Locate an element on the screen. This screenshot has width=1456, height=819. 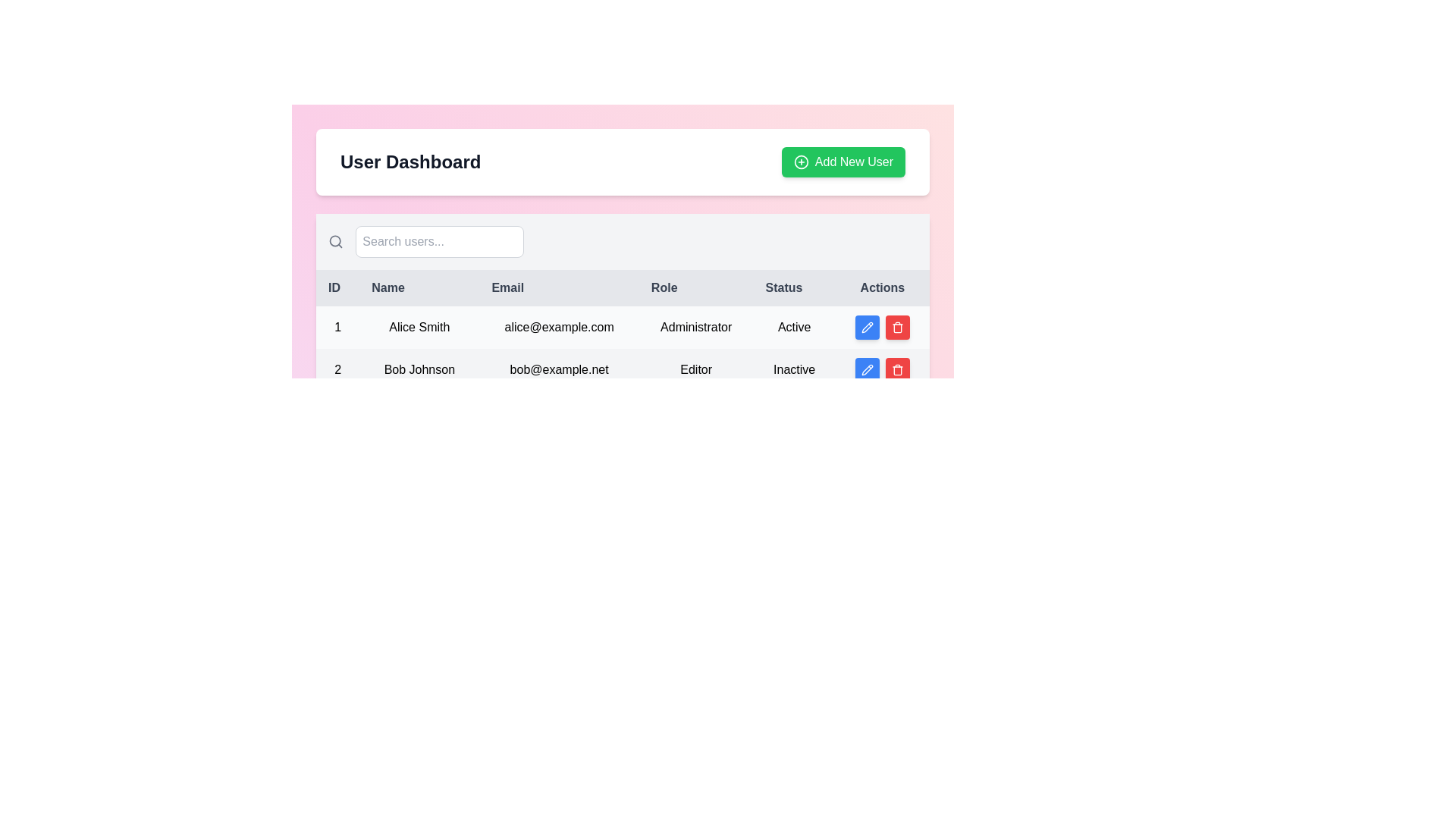
the second row of the table that displays detailed information about the user 'Bob Johnson' is located at coordinates (623, 370).